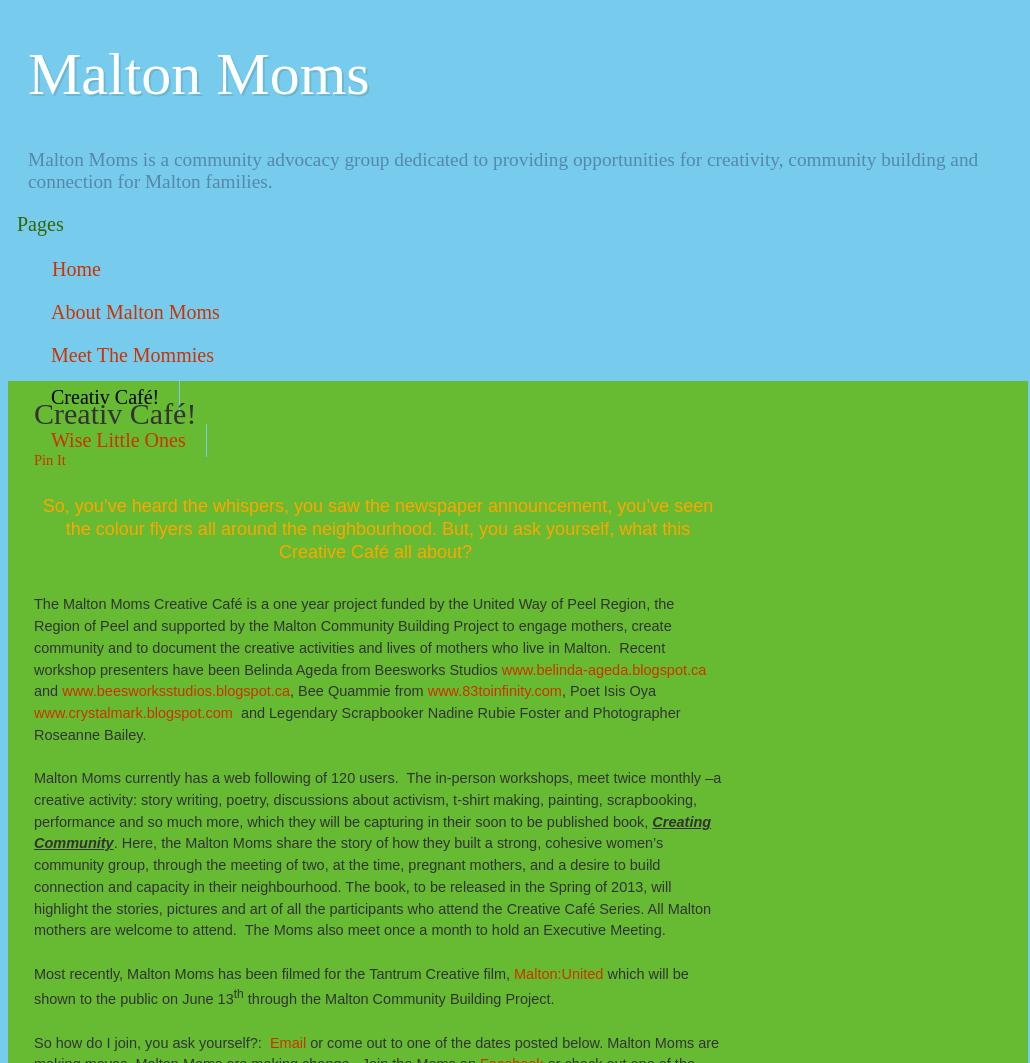 The image size is (1030, 1063). I want to click on 'th', so click(238, 993).